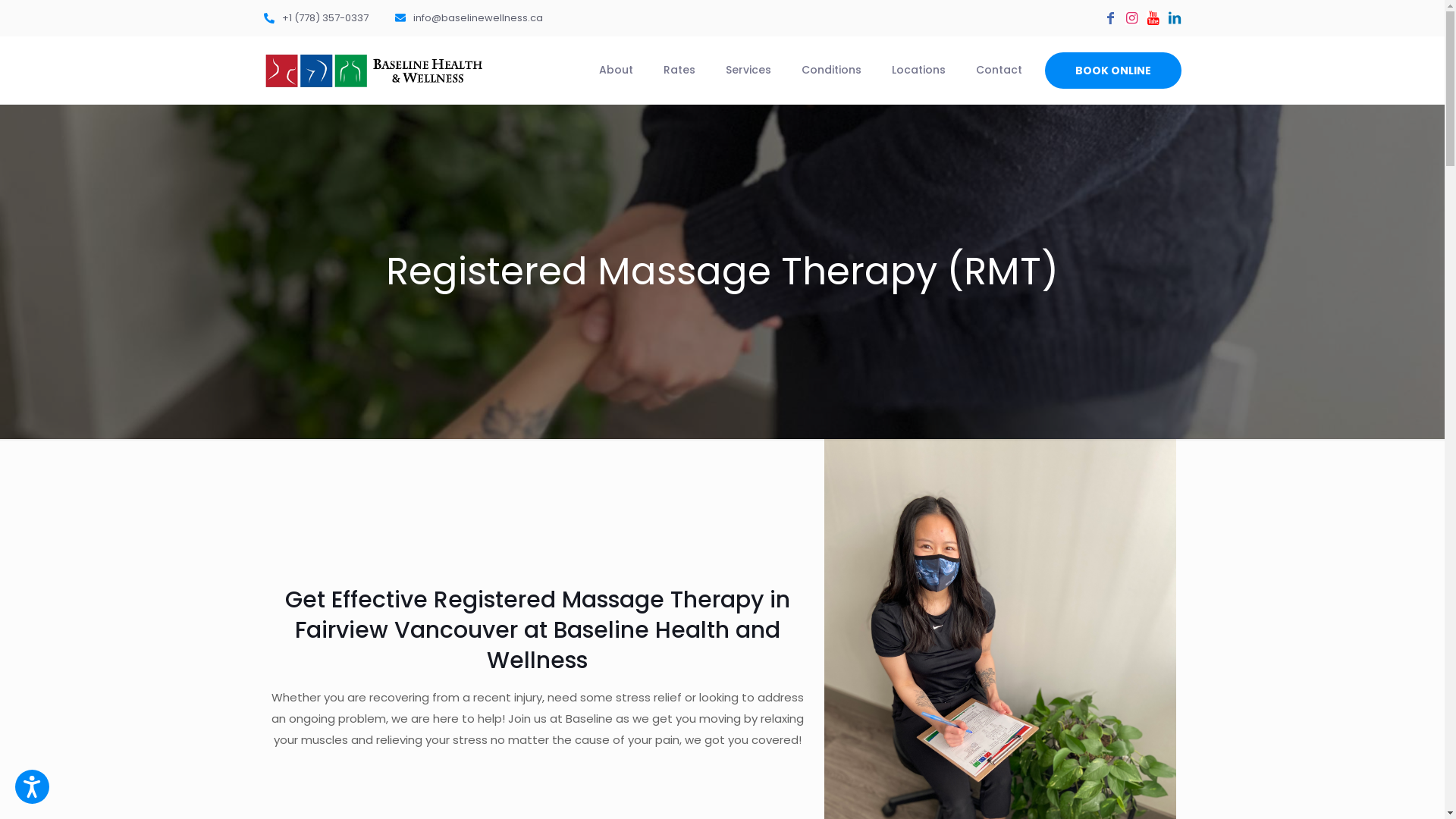 This screenshot has width=1456, height=819. Describe the element at coordinates (998, 70) in the screenshot. I see `'Contact'` at that location.